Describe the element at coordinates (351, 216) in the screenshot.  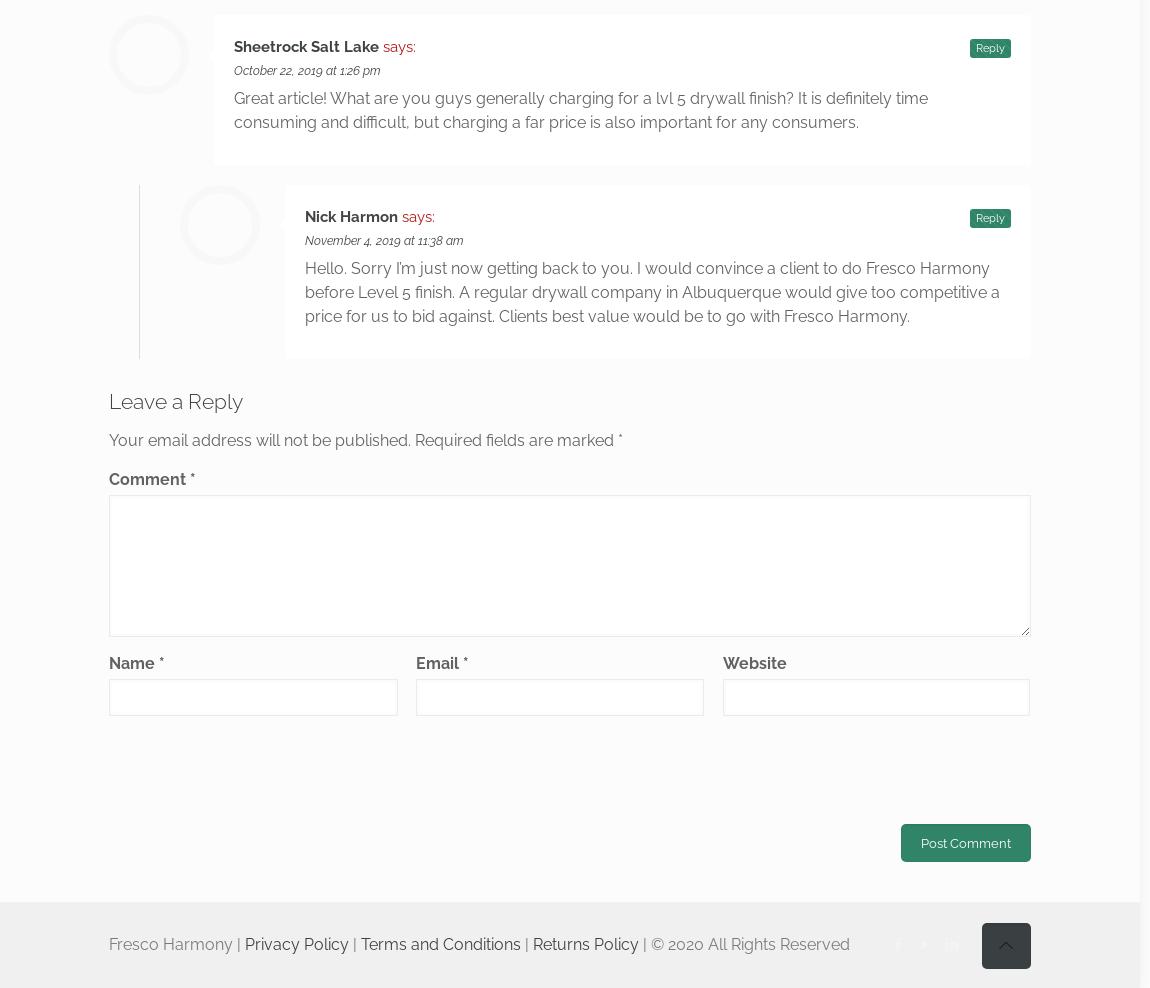
I see `'Nick Harmon'` at that location.